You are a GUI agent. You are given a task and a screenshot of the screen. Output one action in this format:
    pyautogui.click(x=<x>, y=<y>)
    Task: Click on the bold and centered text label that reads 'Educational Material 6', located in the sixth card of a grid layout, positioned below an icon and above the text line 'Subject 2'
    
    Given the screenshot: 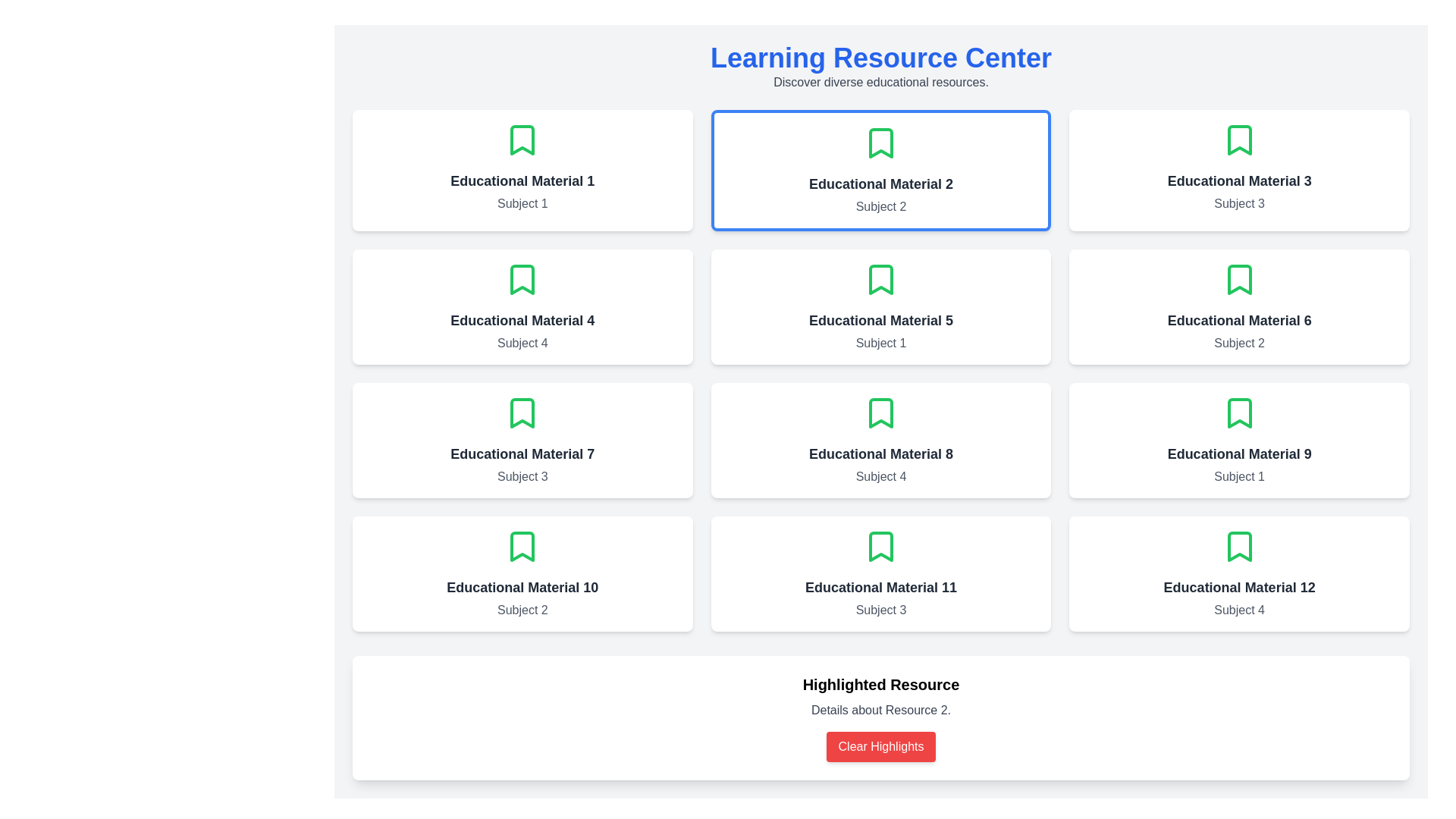 What is the action you would take?
    pyautogui.click(x=1239, y=320)
    